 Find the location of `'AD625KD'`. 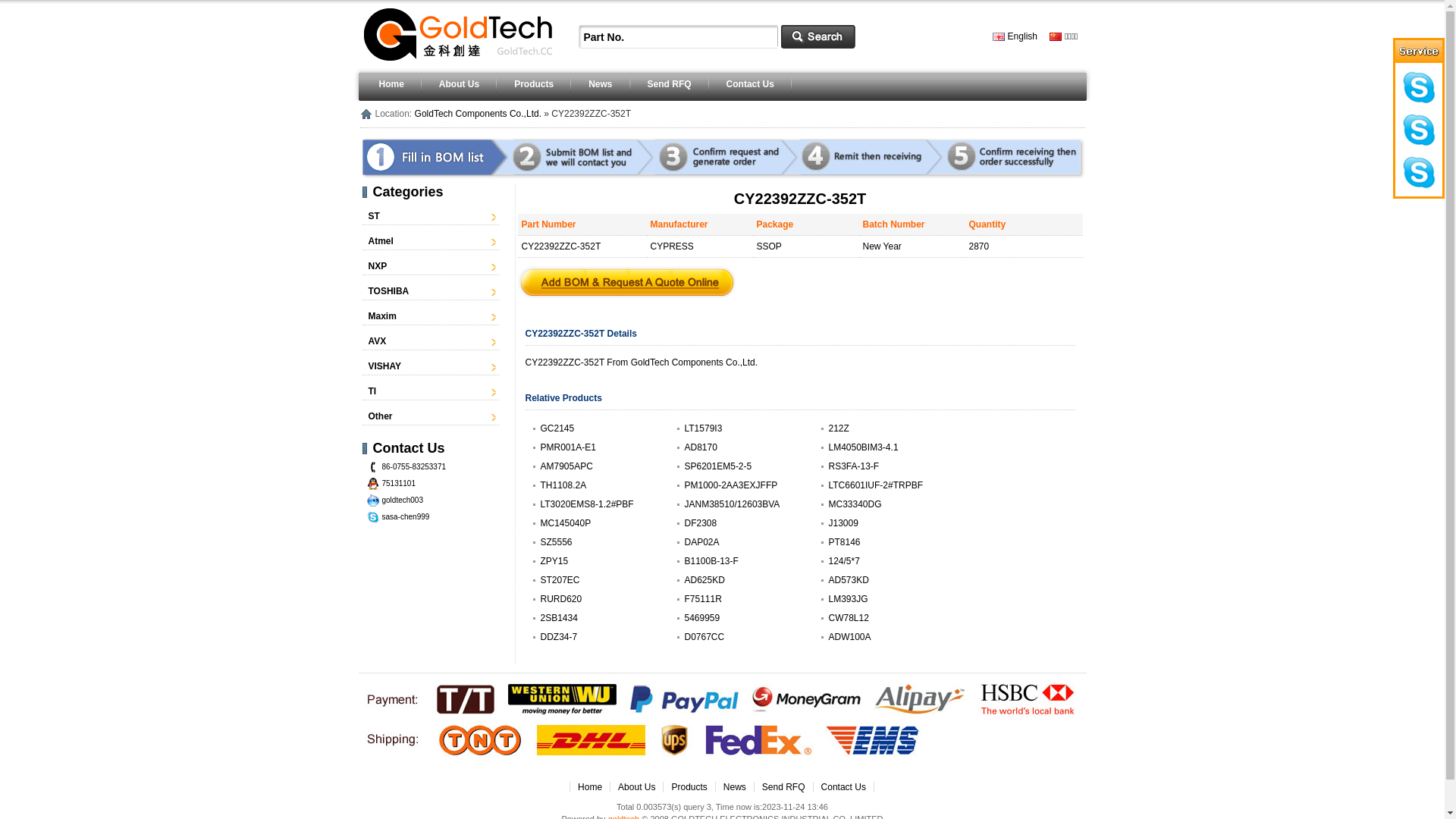

'AD625KD' is located at coordinates (683, 579).